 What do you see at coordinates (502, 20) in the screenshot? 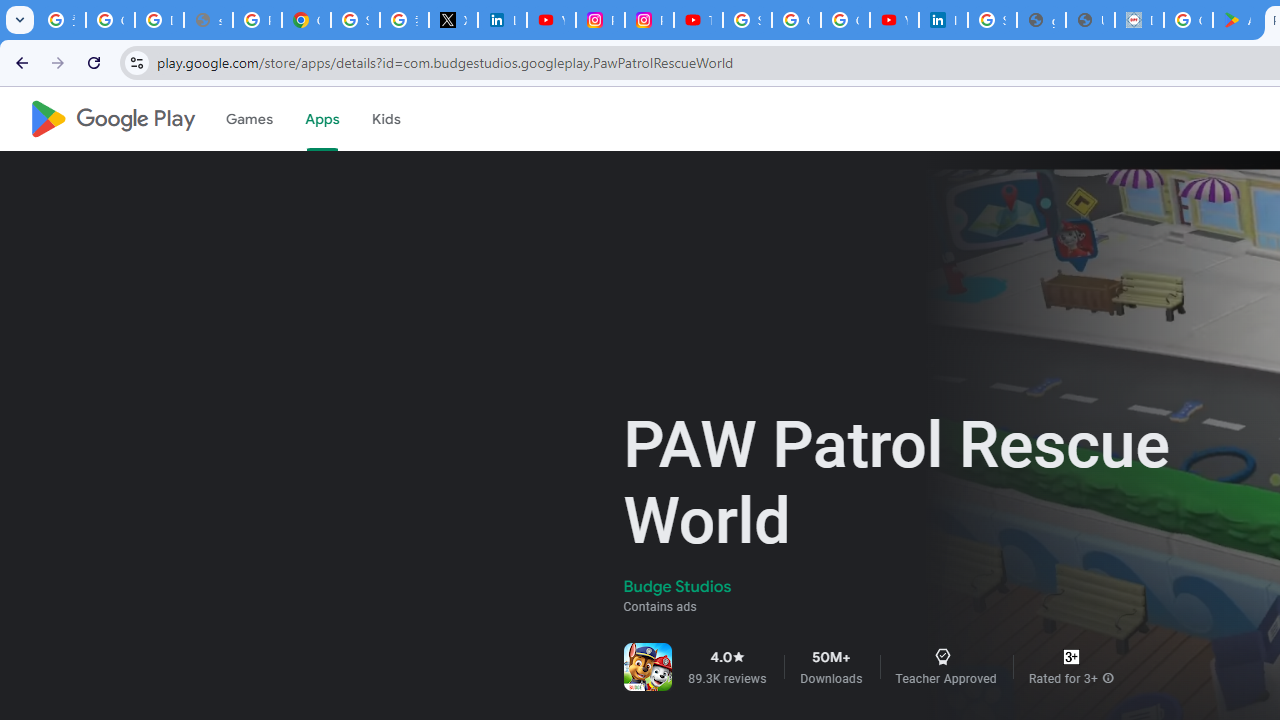
I see `'LinkedIn Privacy Policy'` at bounding box center [502, 20].